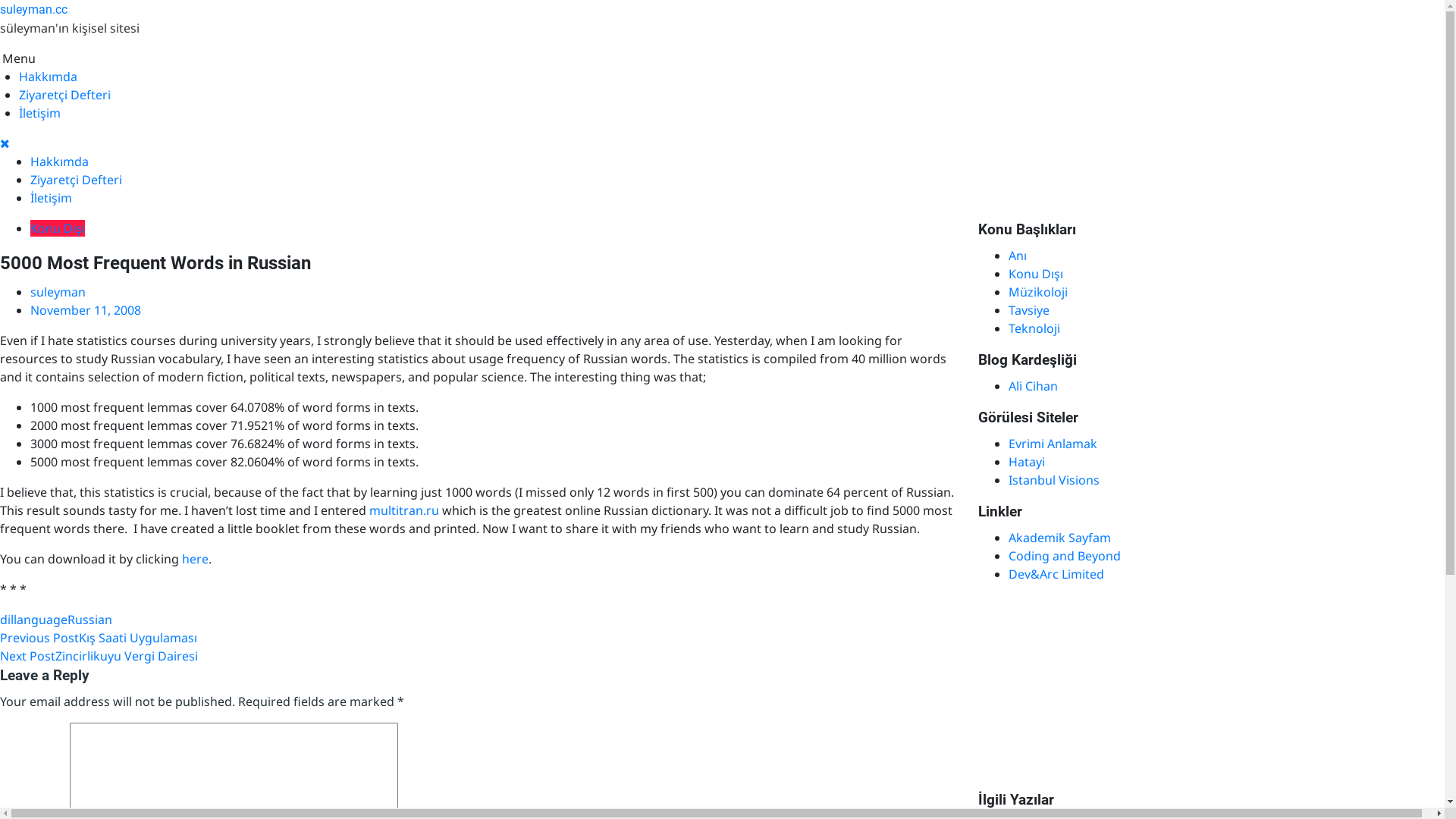 Image resolution: width=1456 pixels, height=819 pixels. Describe the element at coordinates (1029, 309) in the screenshot. I see `'Tavsiye'` at that location.